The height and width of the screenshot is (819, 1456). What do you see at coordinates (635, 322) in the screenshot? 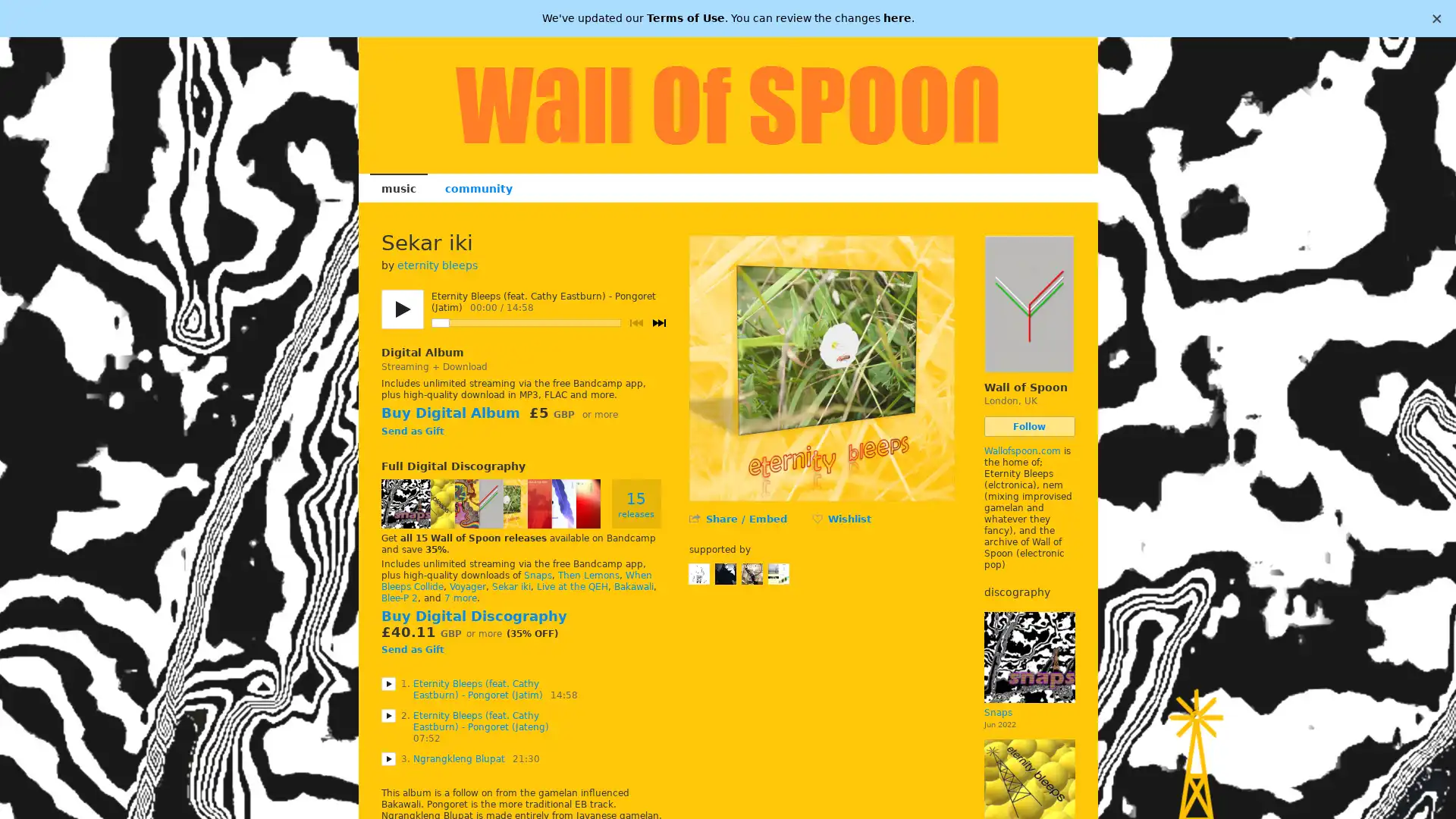
I see `Previous track` at bounding box center [635, 322].